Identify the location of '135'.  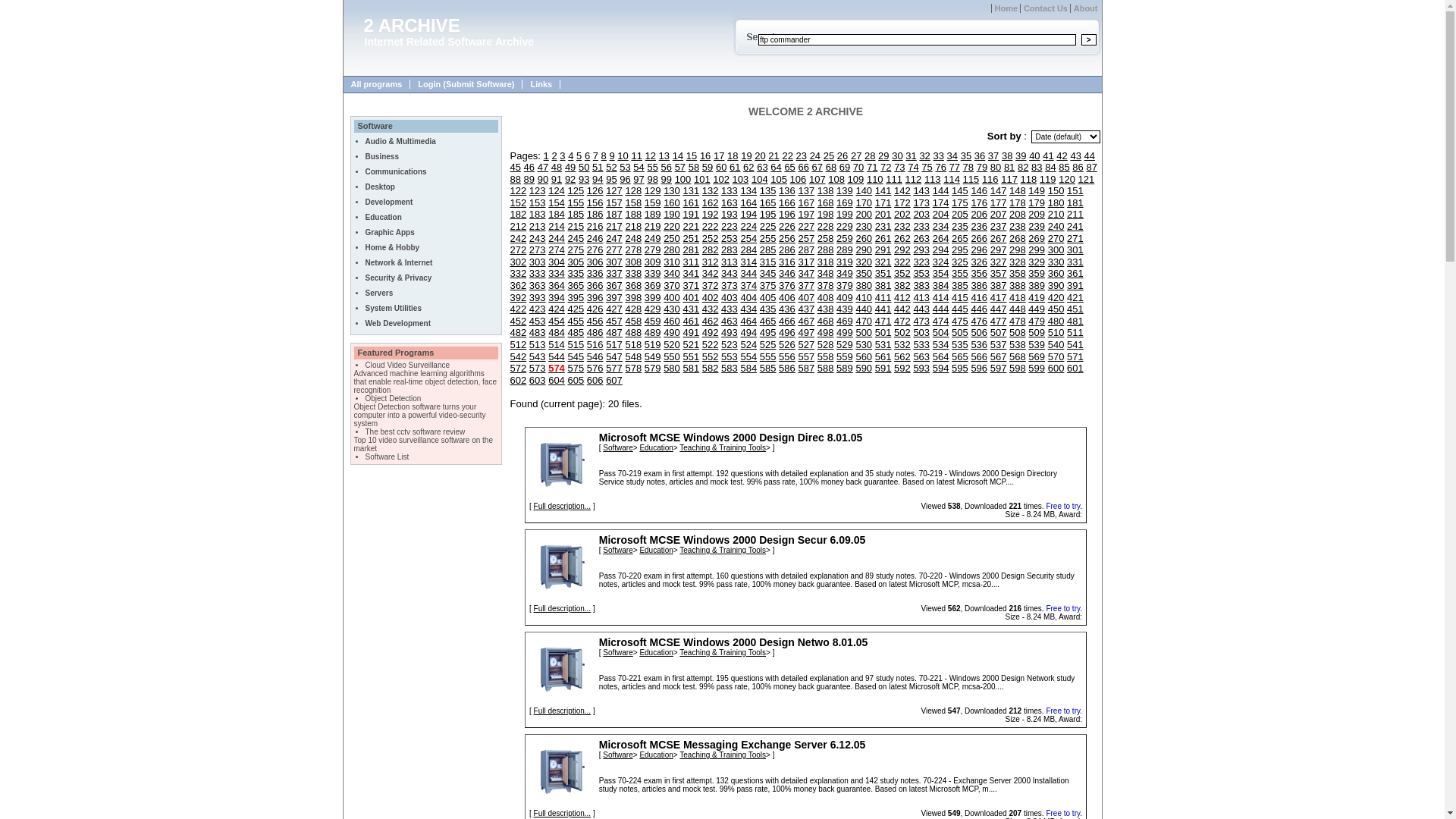
(760, 190).